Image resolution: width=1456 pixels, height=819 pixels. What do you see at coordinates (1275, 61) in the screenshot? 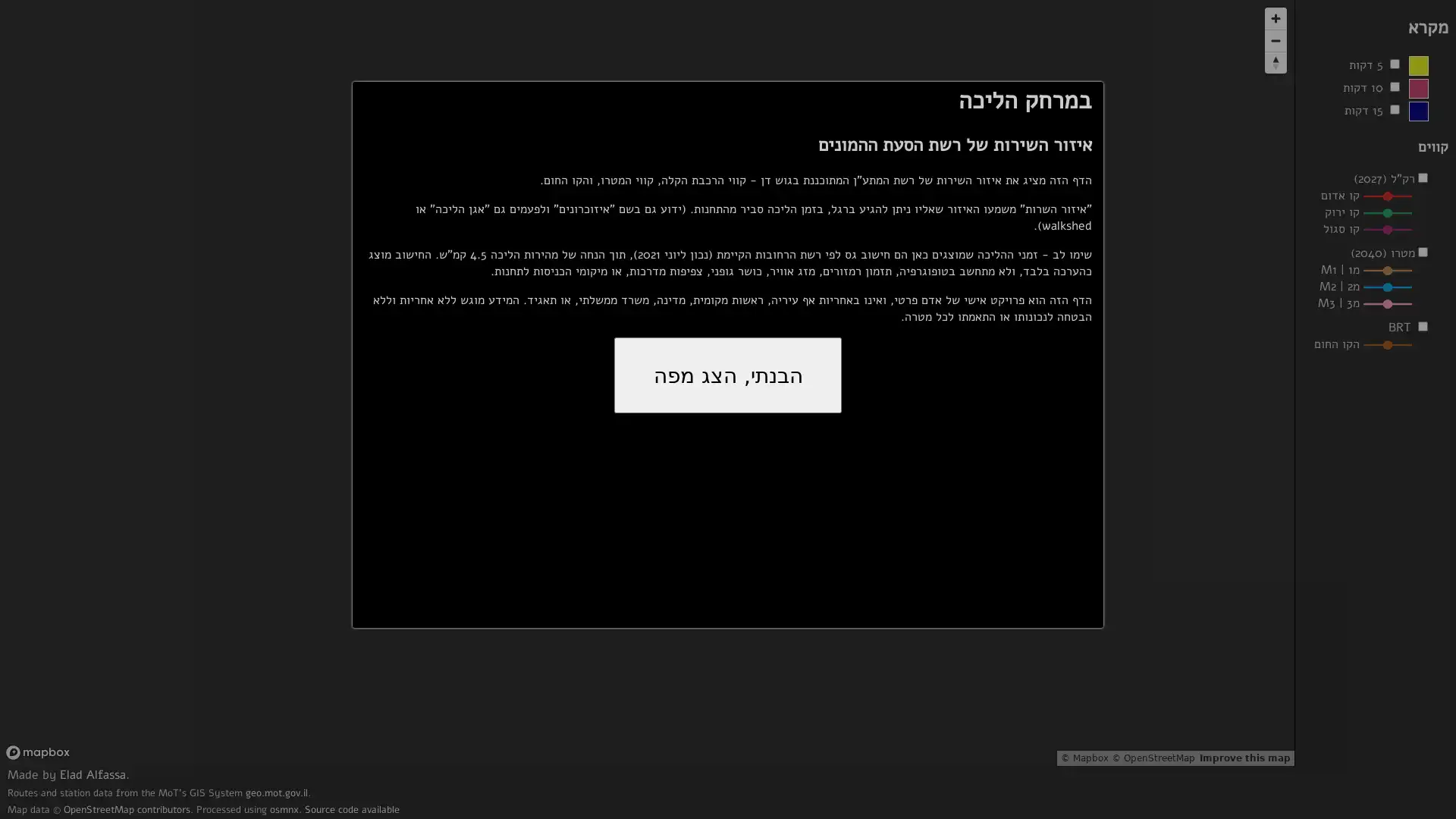
I see `Reset bearing to north` at bounding box center [1275, 61].